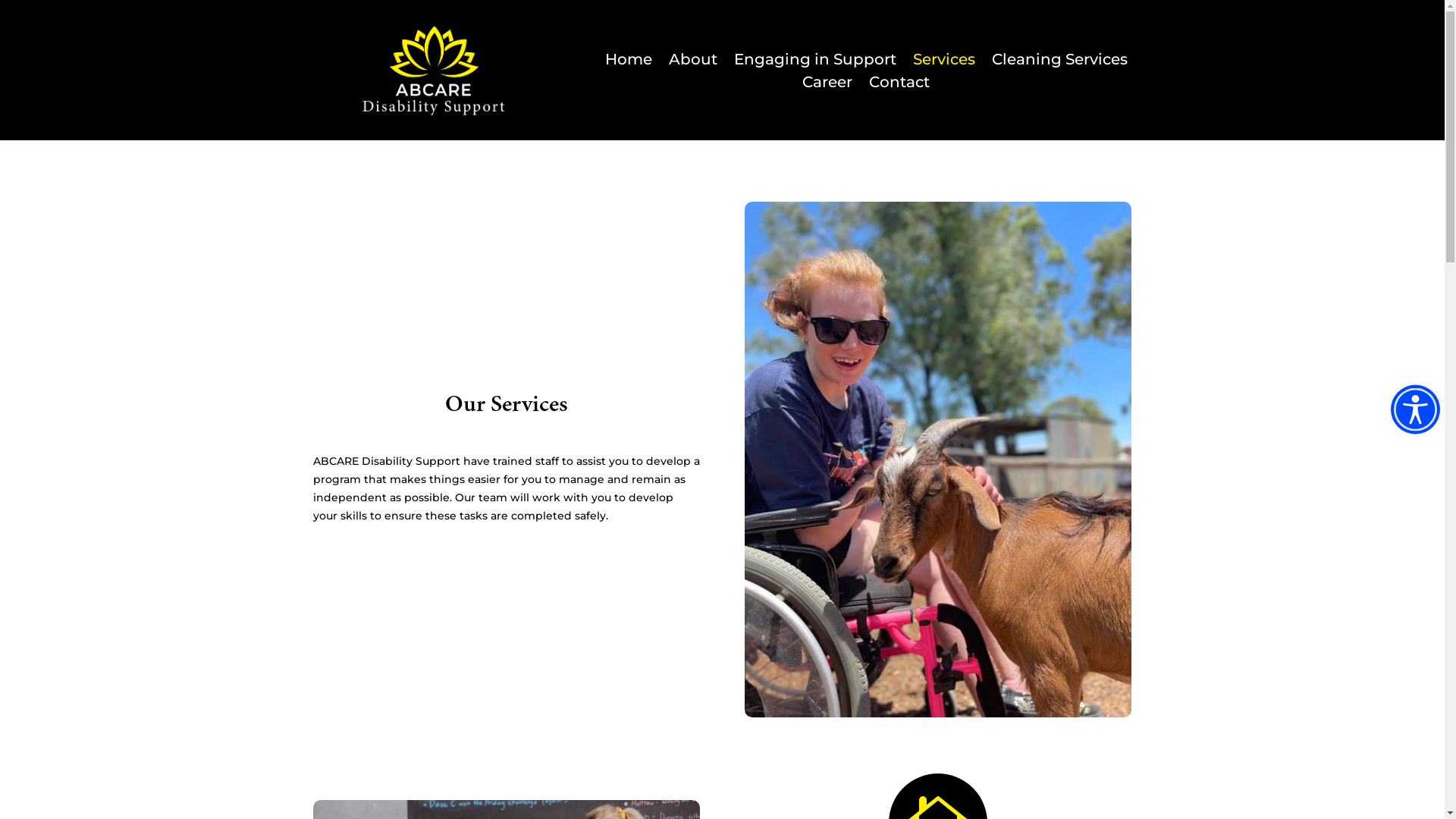 Image resolution: width=1456 pixels, height=819 pixels. What do you see at coordinates (629, 61) in the screenshot?
I see `'Home'` at bounding box center [629, 61].